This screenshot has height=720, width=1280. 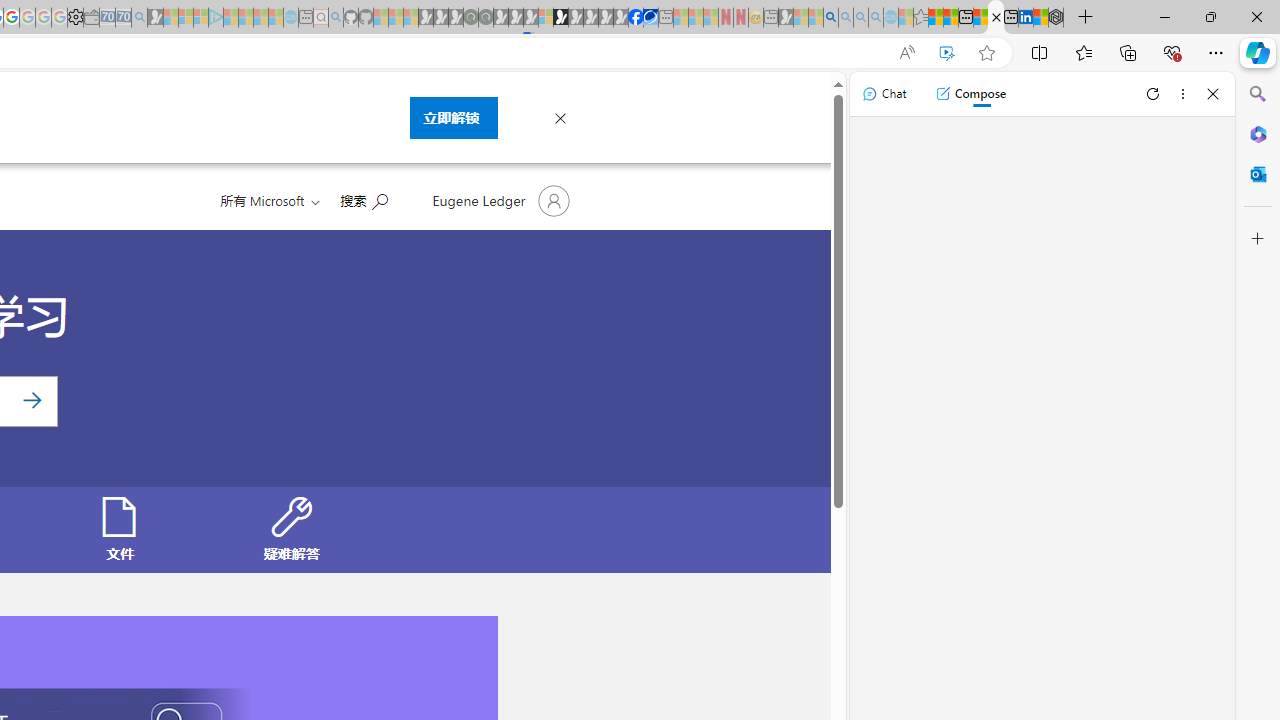 I want to click on 'Search', so click(x=1257, y=94).